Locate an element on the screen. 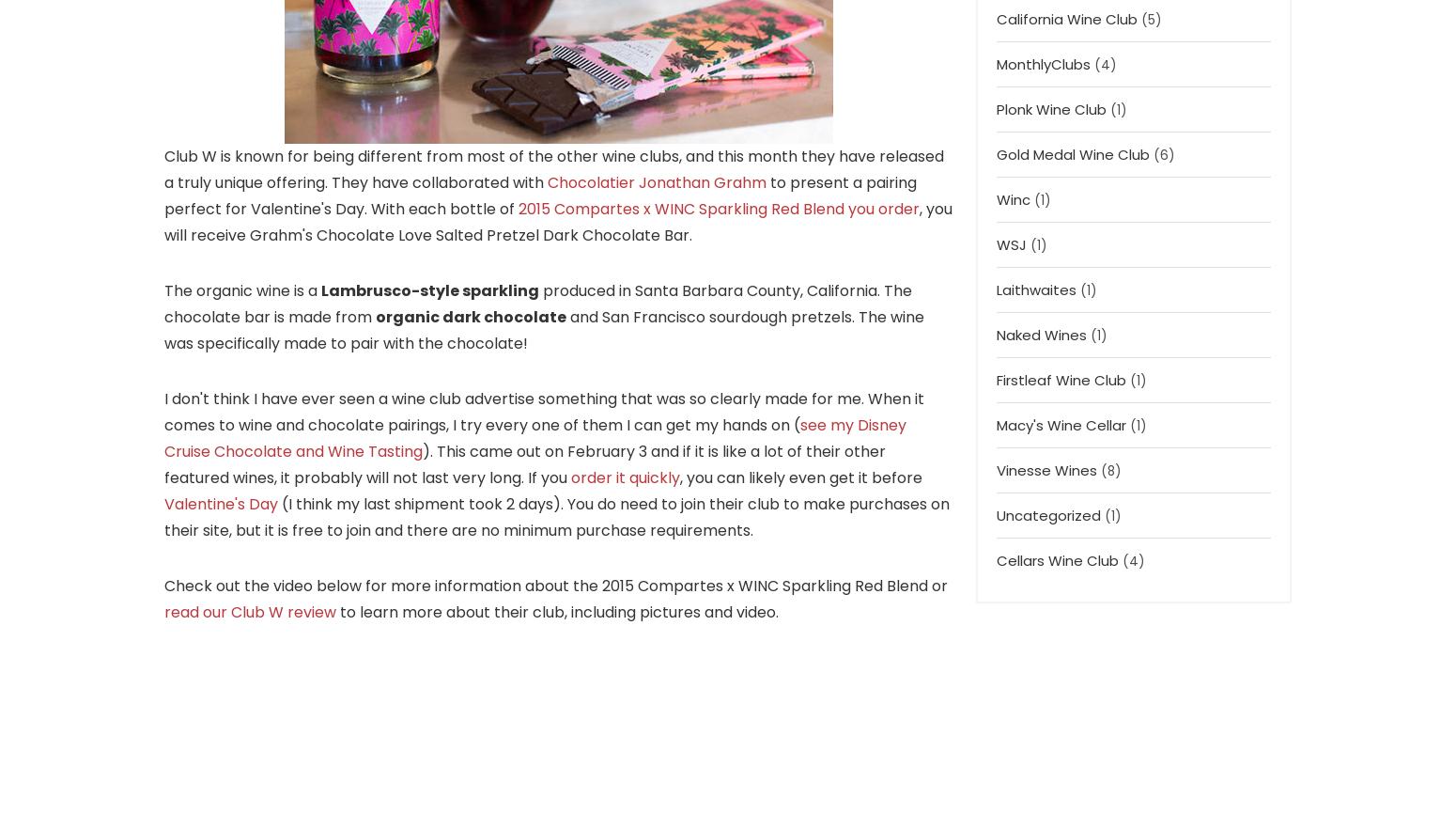  'produced in Santa Barbara County, California. The chocolate bar is made from' is located at coordinates (163, 303).